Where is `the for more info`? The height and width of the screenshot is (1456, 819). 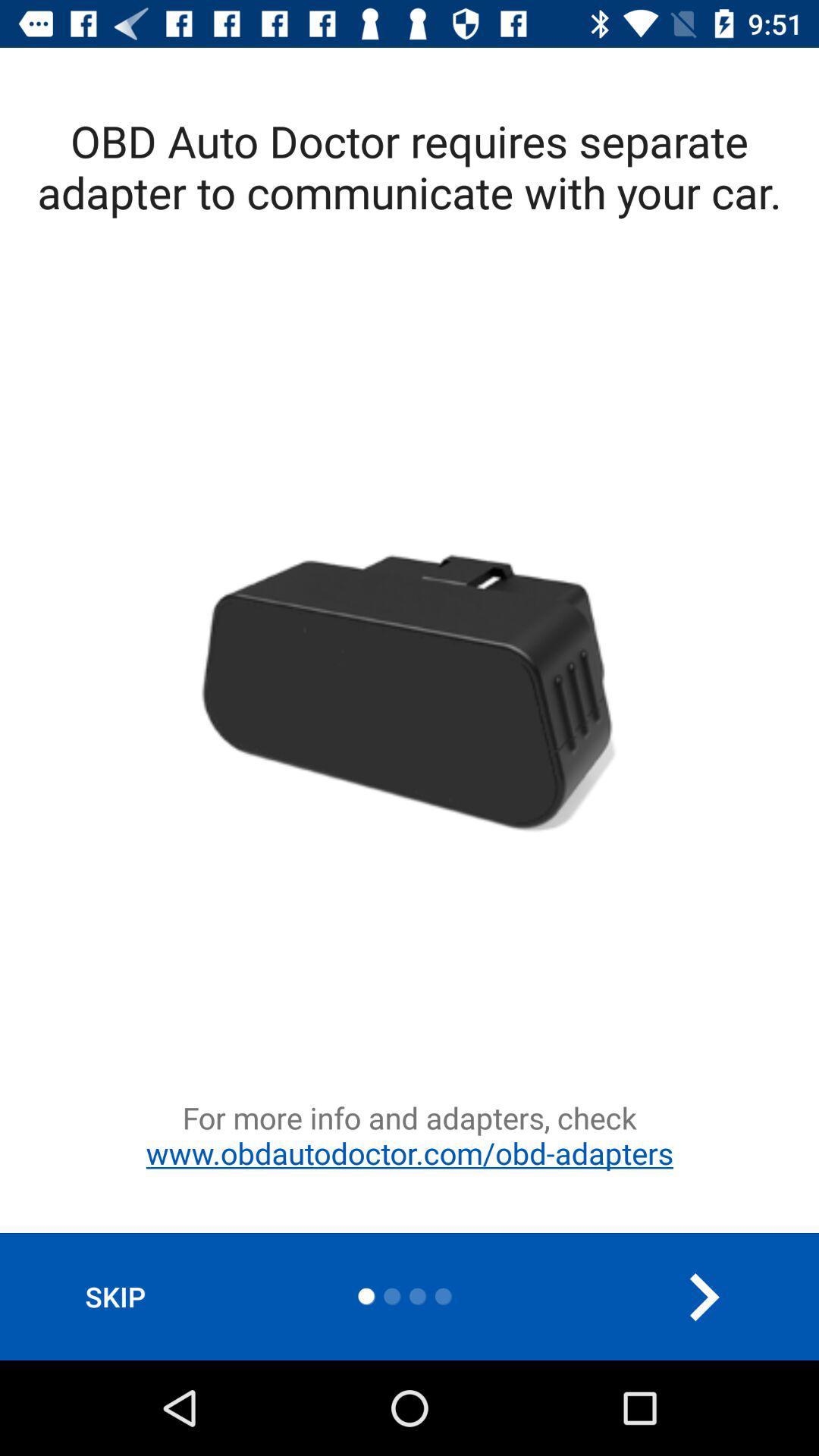 the for more info is located at coordinates (409, 1164).